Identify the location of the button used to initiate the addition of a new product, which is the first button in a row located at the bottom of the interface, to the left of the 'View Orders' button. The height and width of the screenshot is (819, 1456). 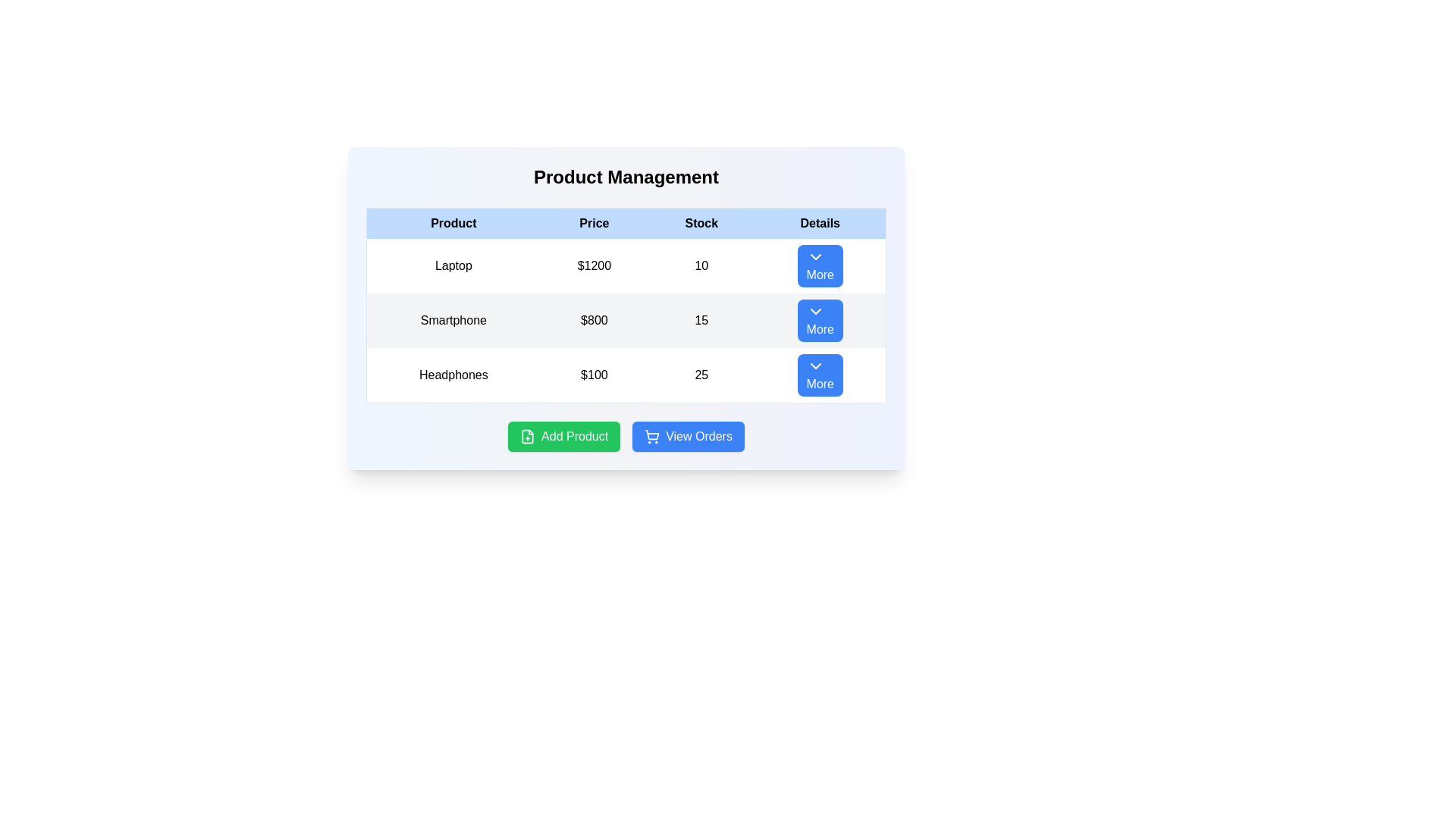
(563, 436).